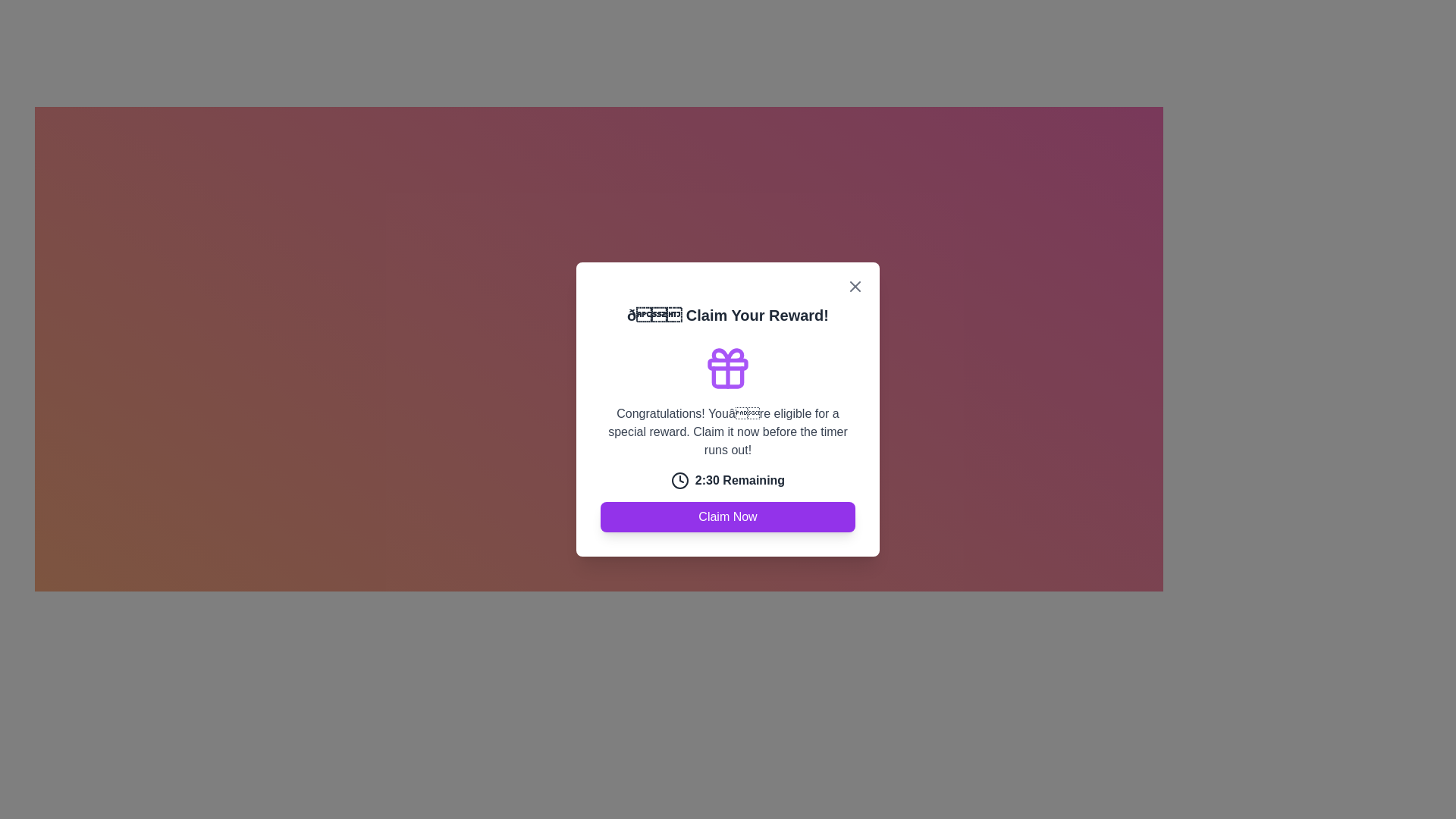  Describe the element at coordinates (728, 516) in the screenshot. I see `the 'Claim Reward' button located at the bottom of the modal window, beneath the countdown text '2:30 Remaining'` at that location.